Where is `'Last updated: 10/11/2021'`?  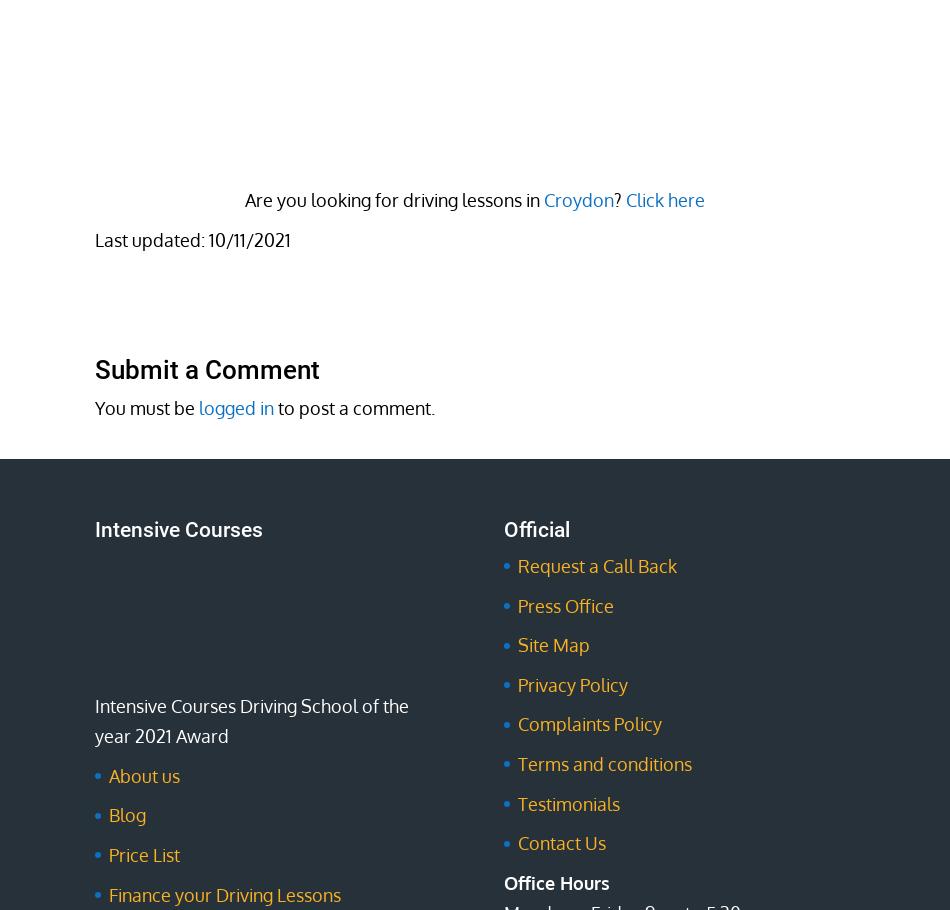
'Last updated: 10/11/2021' is located at coordinates (193, 239).